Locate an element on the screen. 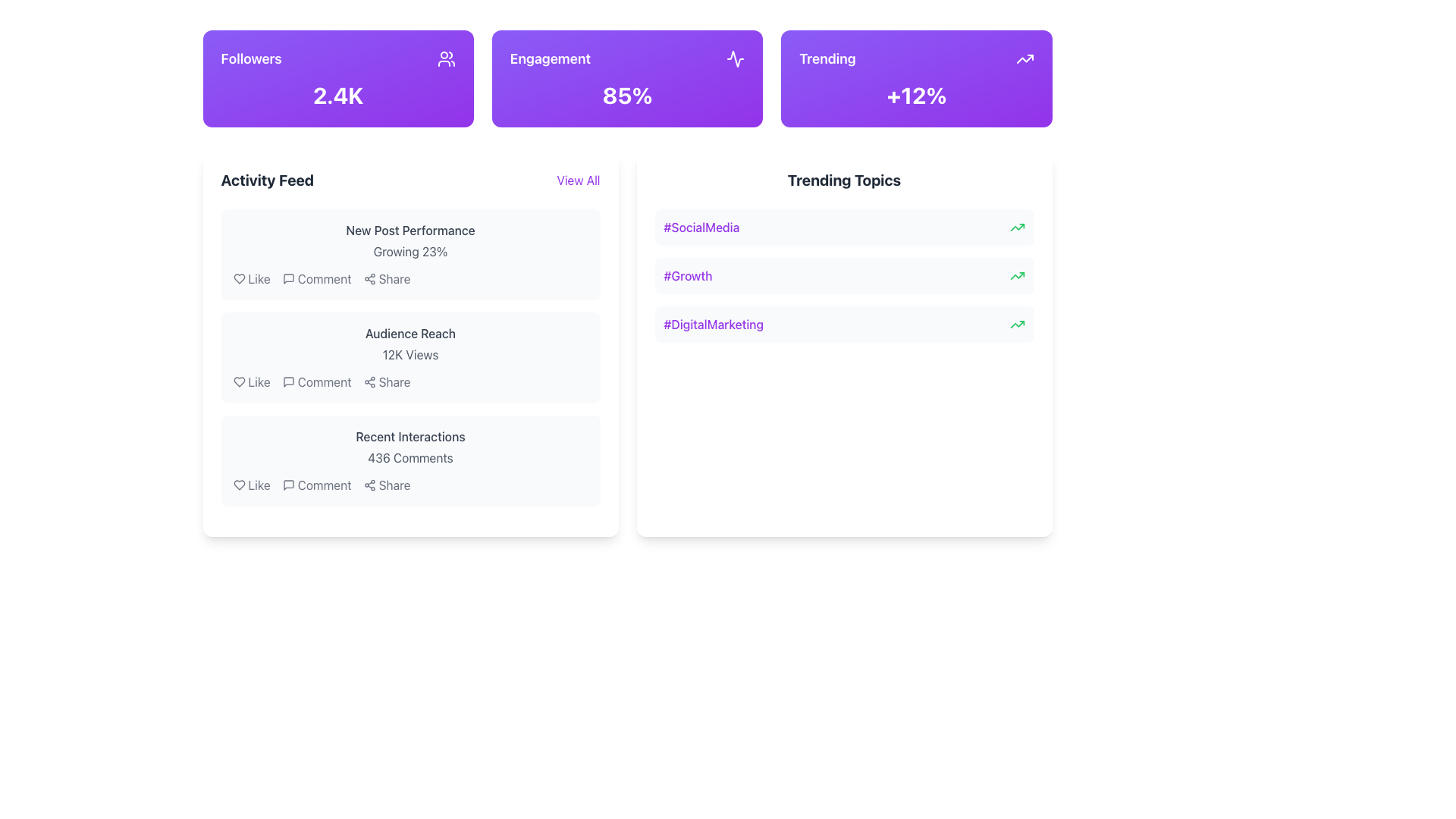  the '12K Views' text label located below the 'Audience Reach' heading is located at coordinates (410, 354).